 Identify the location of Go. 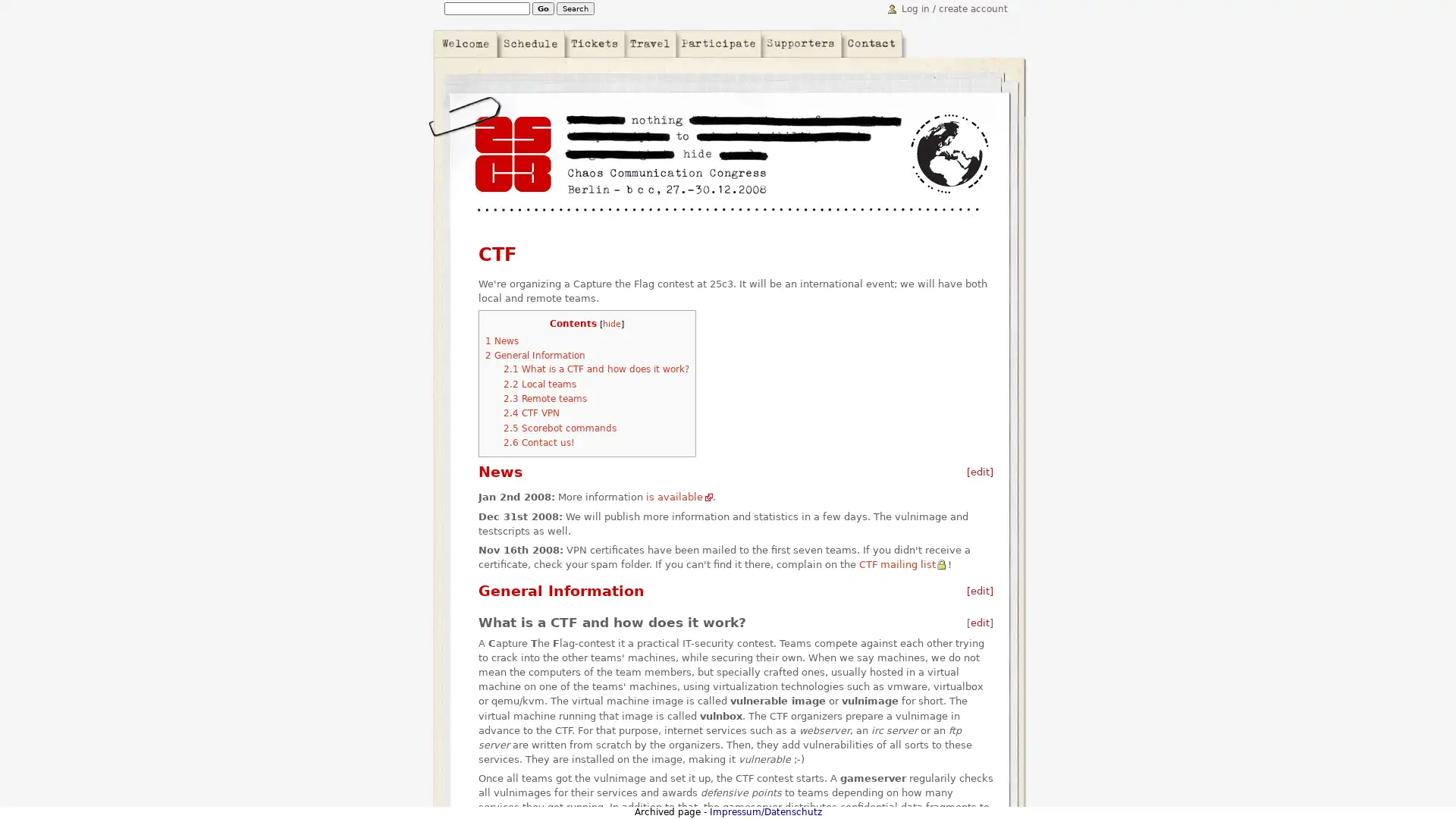
(542, 8).